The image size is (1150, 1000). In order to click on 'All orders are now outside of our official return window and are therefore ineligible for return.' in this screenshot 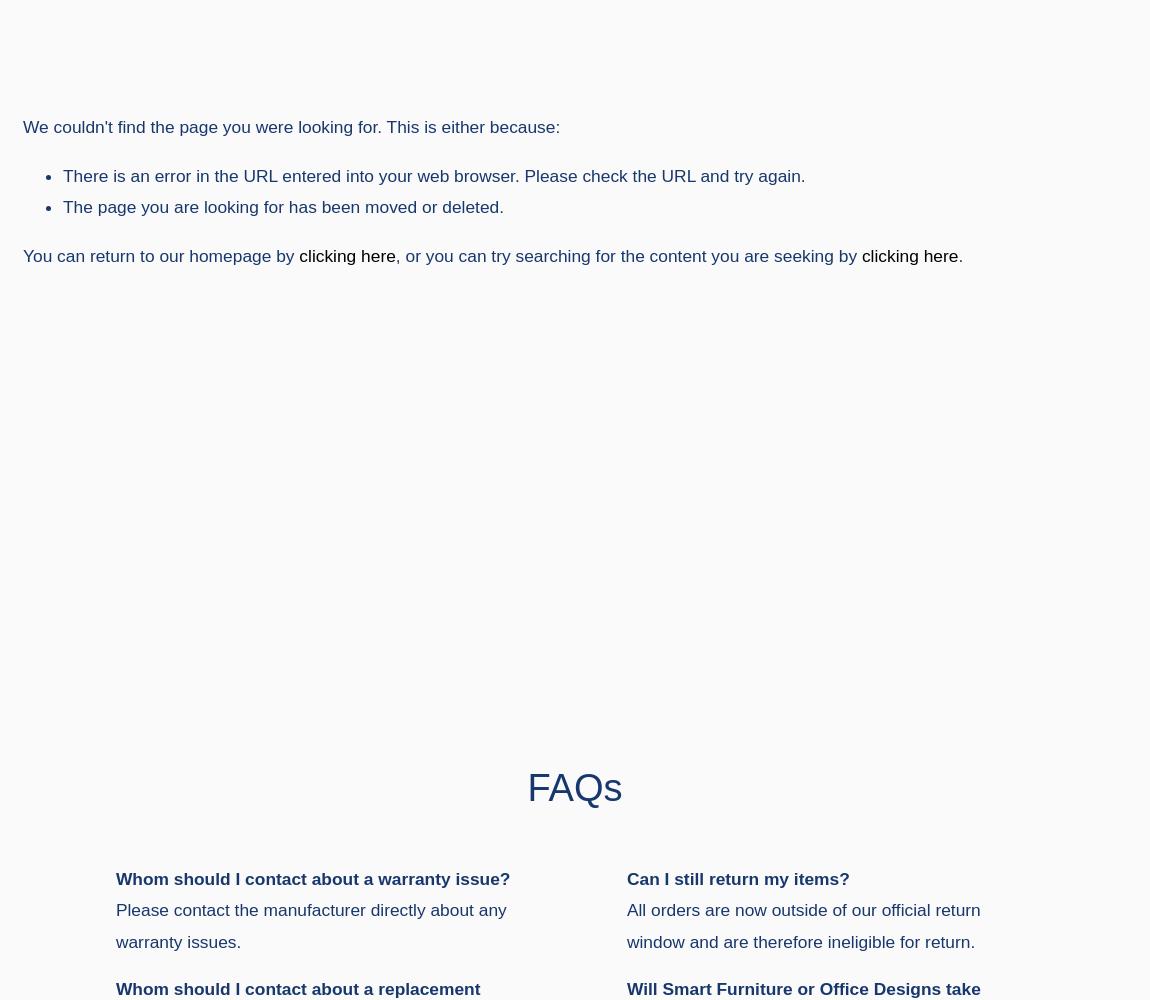, I will do `click(624, 925)`.